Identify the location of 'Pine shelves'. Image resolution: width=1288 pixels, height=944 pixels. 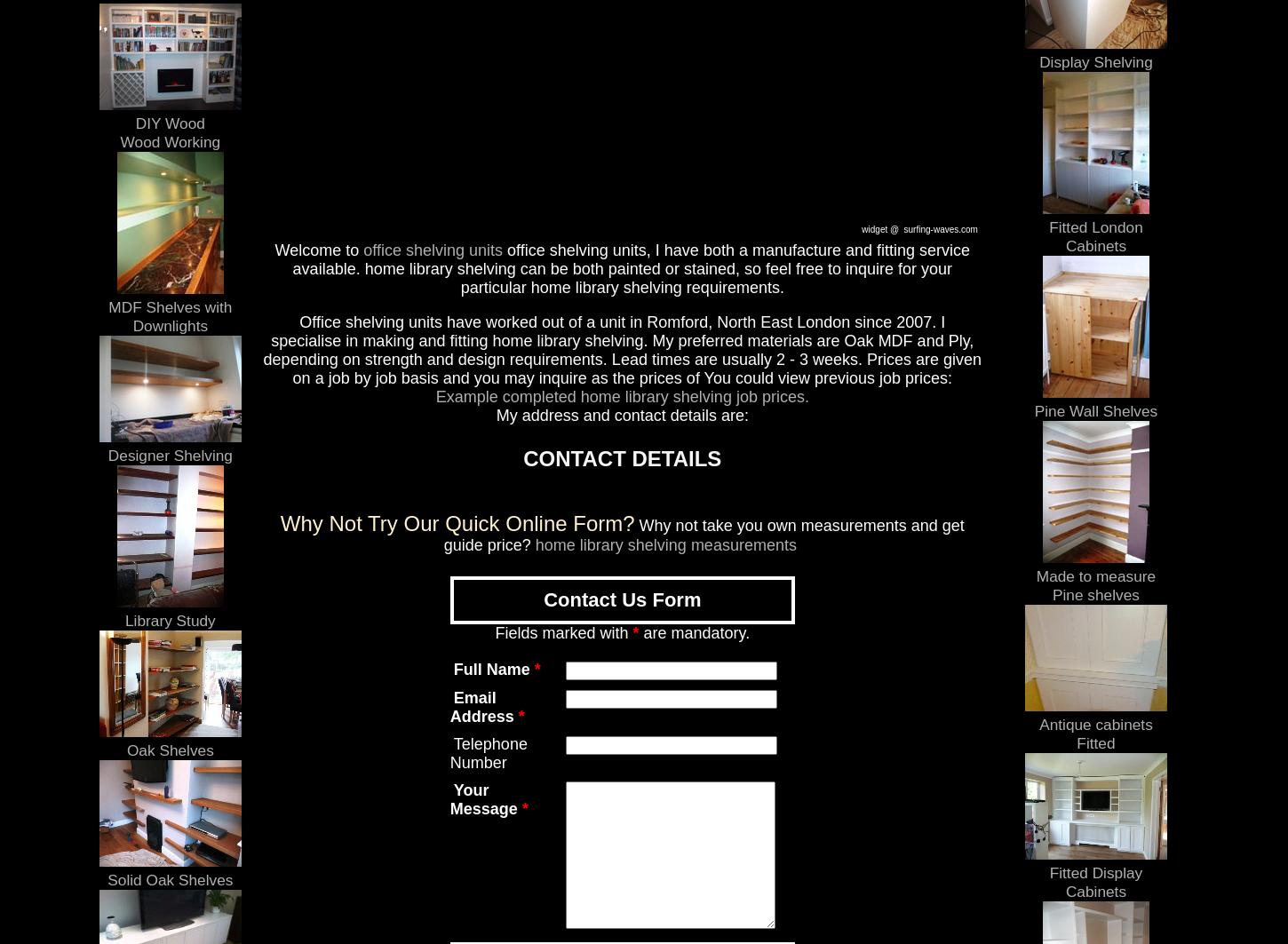
(1095, 593).